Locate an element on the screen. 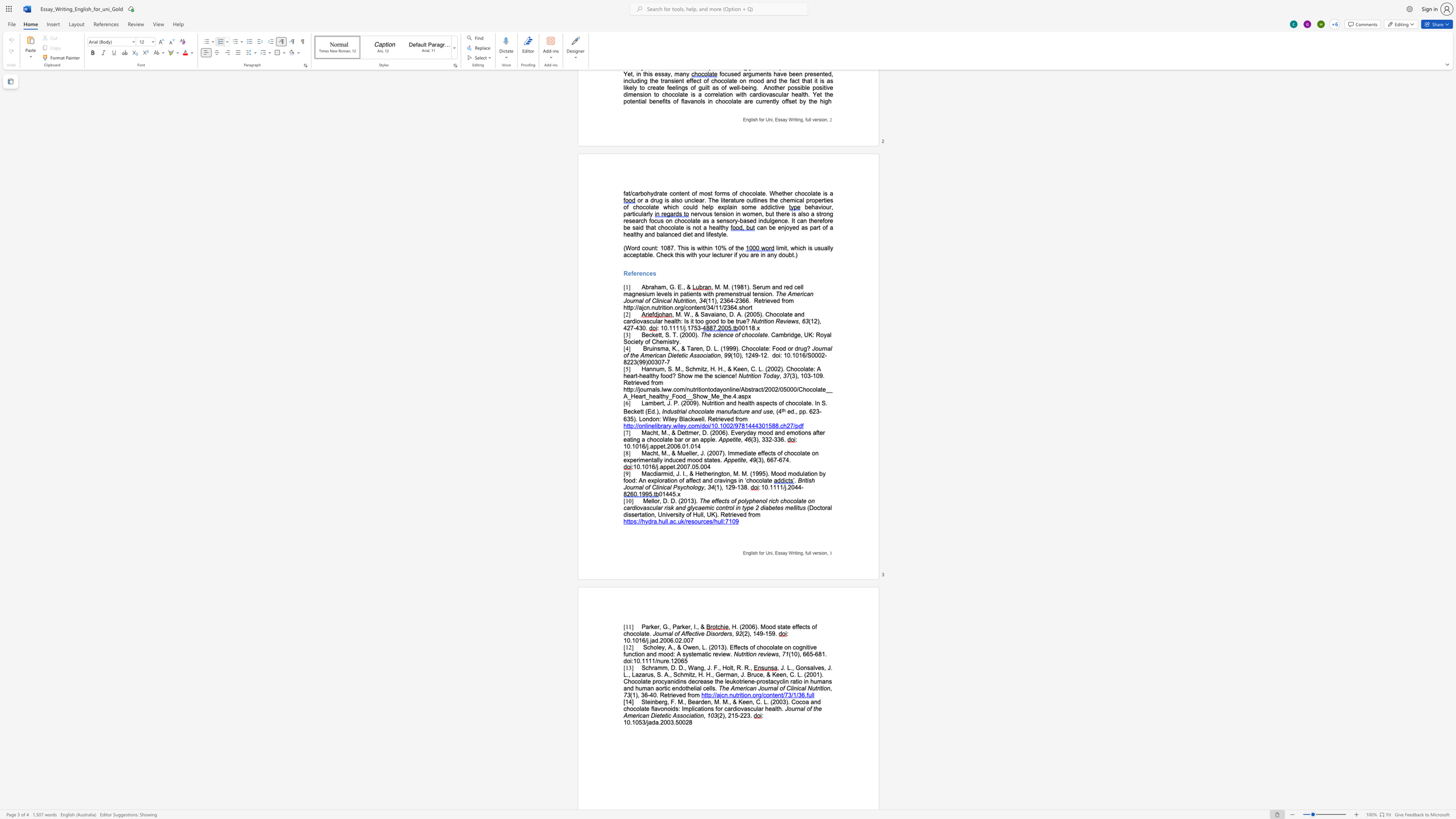  the space between the continuous character "M" and "e" in the text is located at coordinates (647, 500).